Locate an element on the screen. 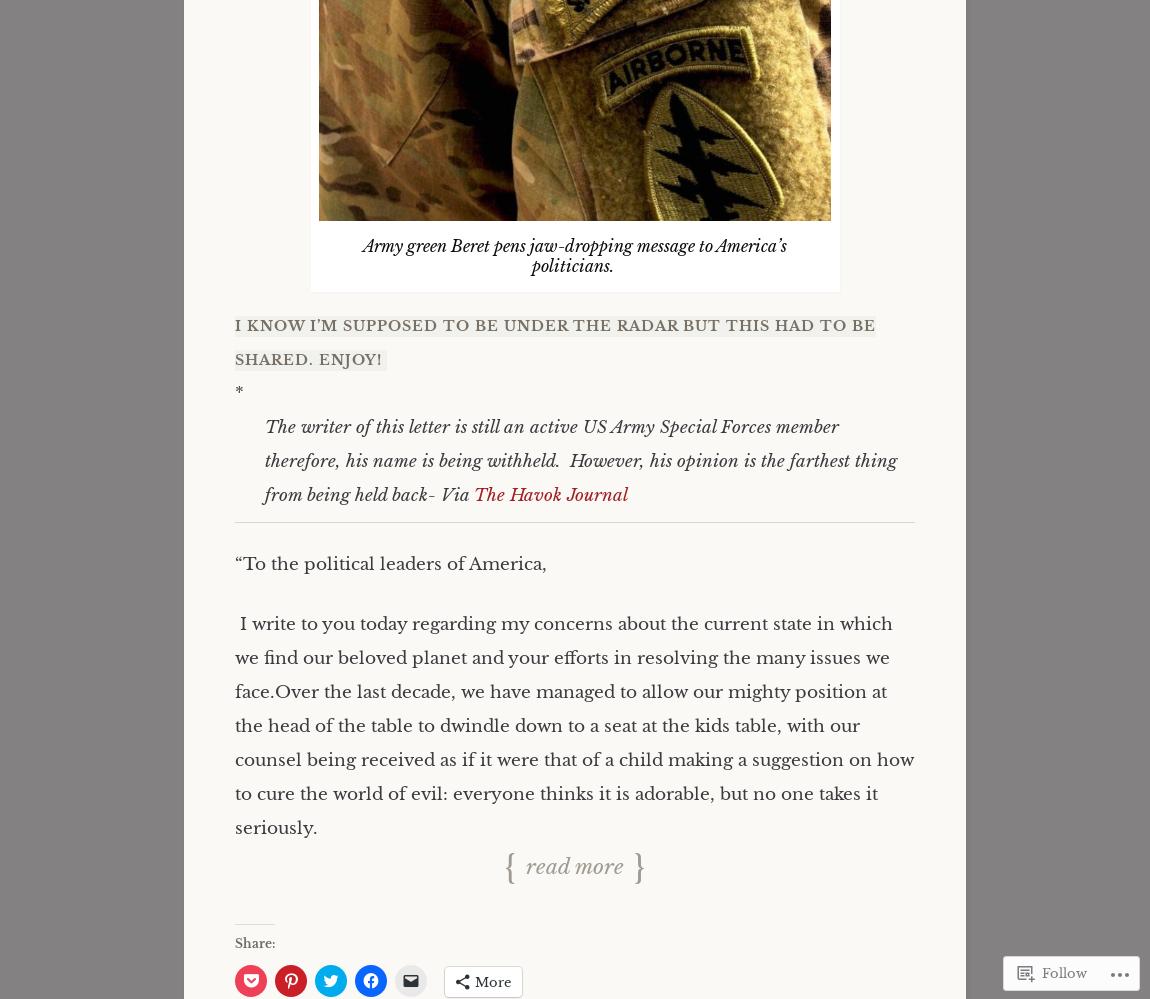 This screenshot has height=999, width=1150. 'I know I’m supposed to be under the radar but this had to be shared. Enjoy!' is located at coordinates (233, 343).